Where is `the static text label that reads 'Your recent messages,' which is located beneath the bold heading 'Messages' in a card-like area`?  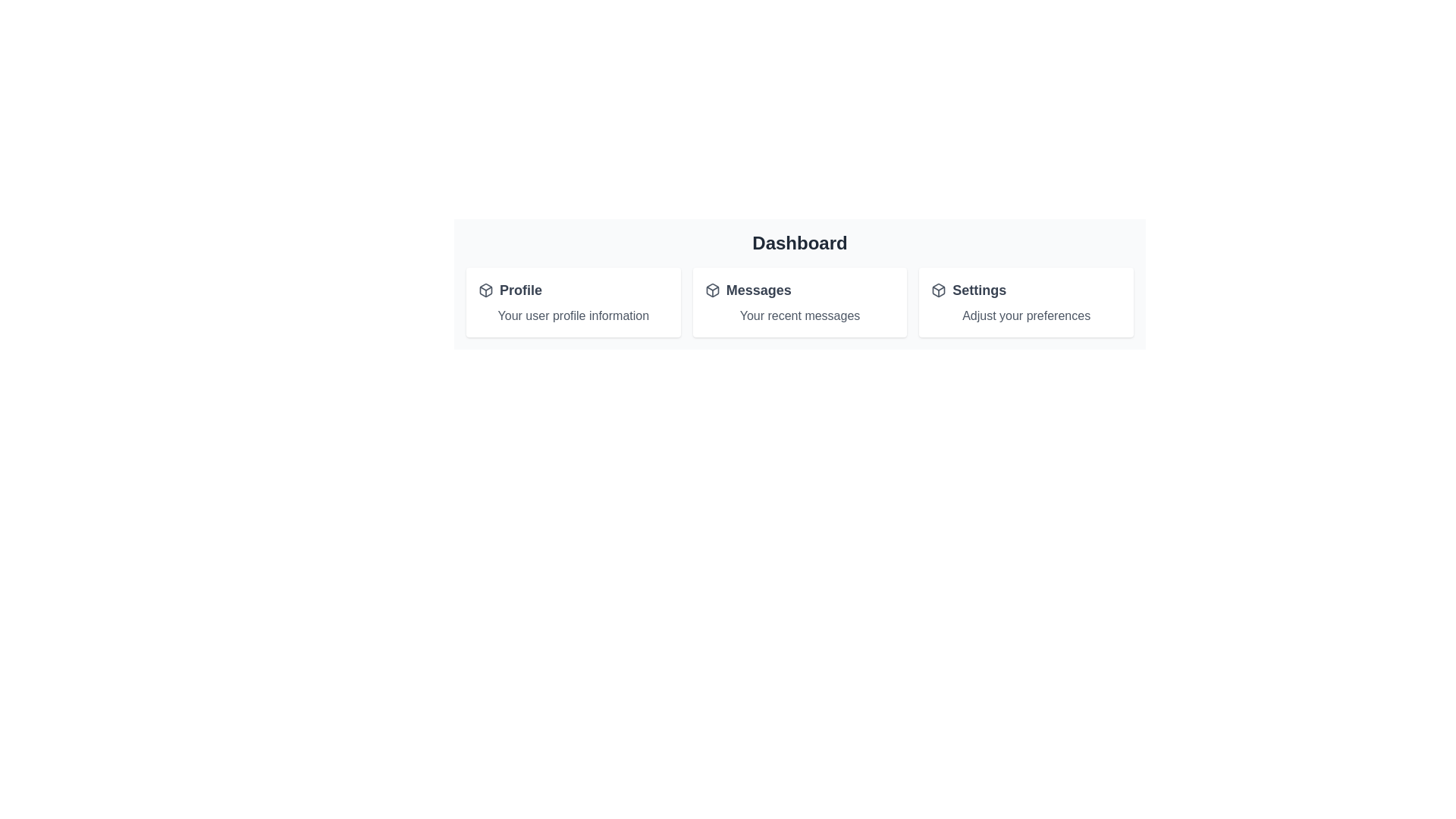
the static text label that reads 'Your recent messages,' which is located beneath the bold heading 'Messages' in a card-like area is located at coordinates (799, 315).